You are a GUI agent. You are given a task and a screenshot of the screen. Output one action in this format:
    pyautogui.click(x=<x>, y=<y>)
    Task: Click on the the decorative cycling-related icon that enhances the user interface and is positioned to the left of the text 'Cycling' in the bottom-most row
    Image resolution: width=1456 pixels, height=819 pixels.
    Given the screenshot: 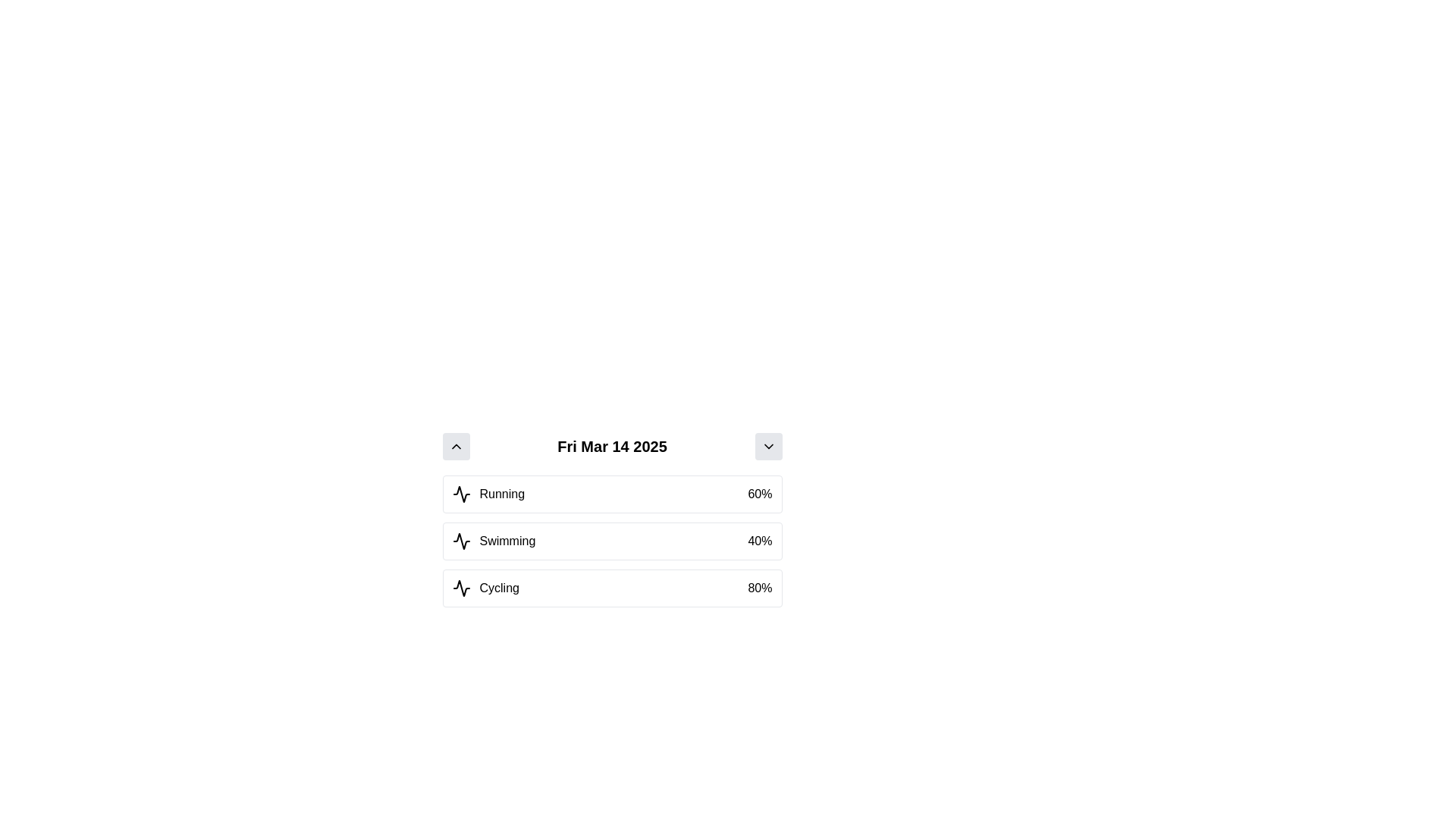 What is the action you would take?
    pyautogui.click(x=460, y=587)
    